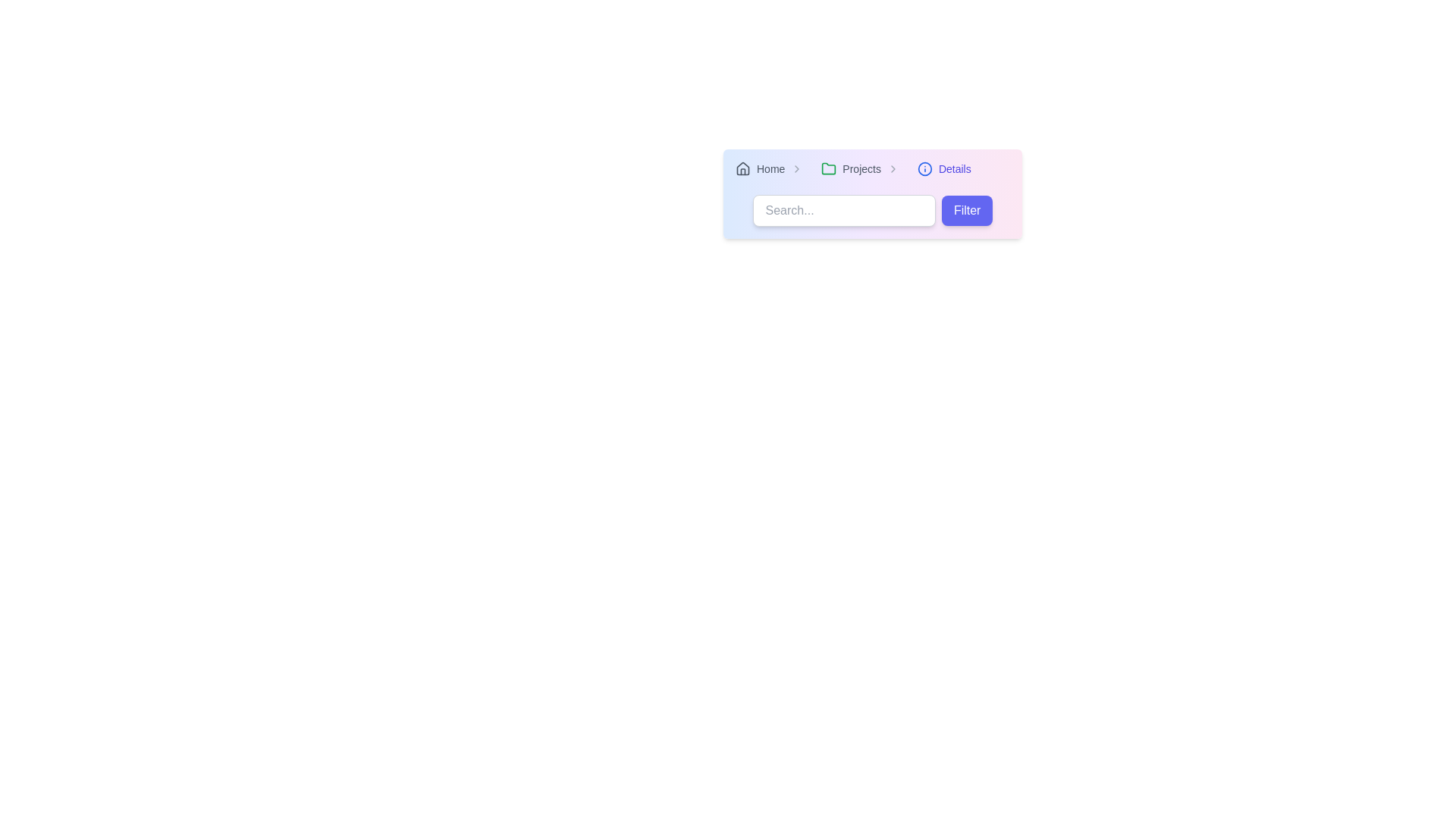 The width and height of the screenshot is (1456, 819). What do you see at coordinates (742, 169) in the screenshot?
I see `the house icon in the breadcrumb navigation bar` at bounding box center [742, 169].